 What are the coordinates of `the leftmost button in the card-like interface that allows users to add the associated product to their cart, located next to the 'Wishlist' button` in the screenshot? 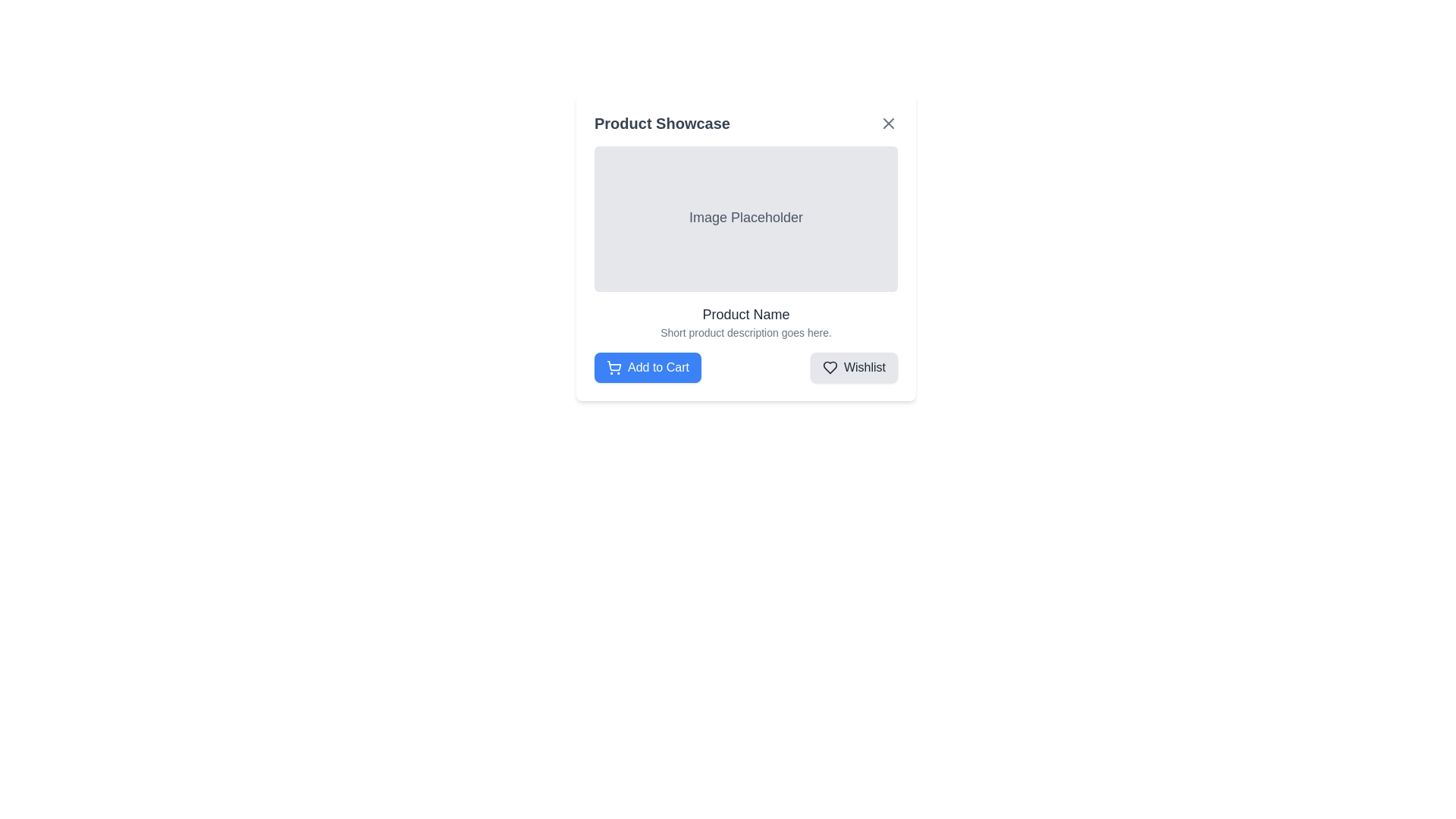 It's located at (648, 368).